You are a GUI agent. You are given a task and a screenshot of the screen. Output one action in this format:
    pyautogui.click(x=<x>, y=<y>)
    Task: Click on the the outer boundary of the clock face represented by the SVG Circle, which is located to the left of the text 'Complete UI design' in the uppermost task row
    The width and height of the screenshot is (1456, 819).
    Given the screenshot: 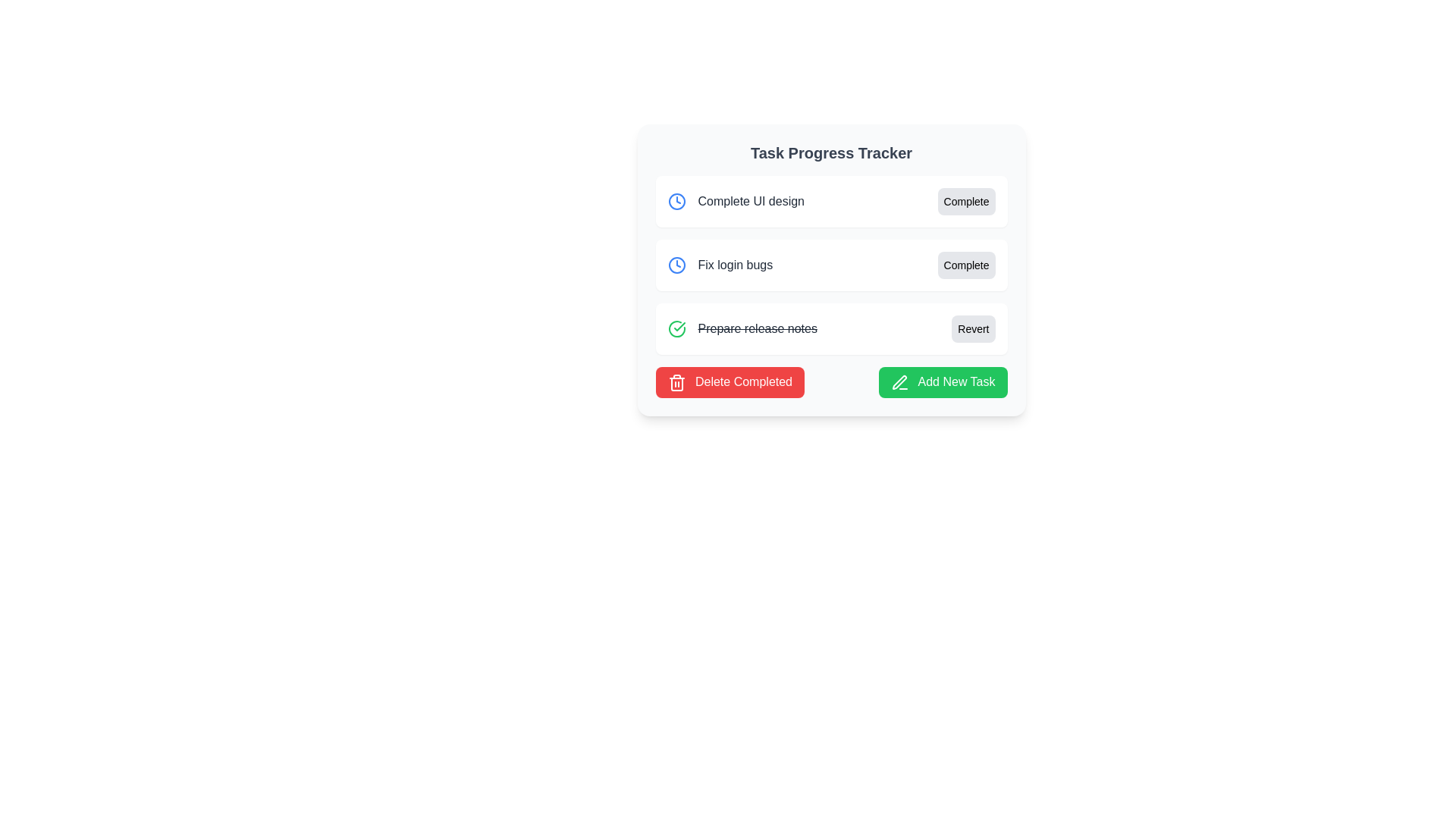 What is the action you would take?
    pyautogui.click(x=676, y=265)
    